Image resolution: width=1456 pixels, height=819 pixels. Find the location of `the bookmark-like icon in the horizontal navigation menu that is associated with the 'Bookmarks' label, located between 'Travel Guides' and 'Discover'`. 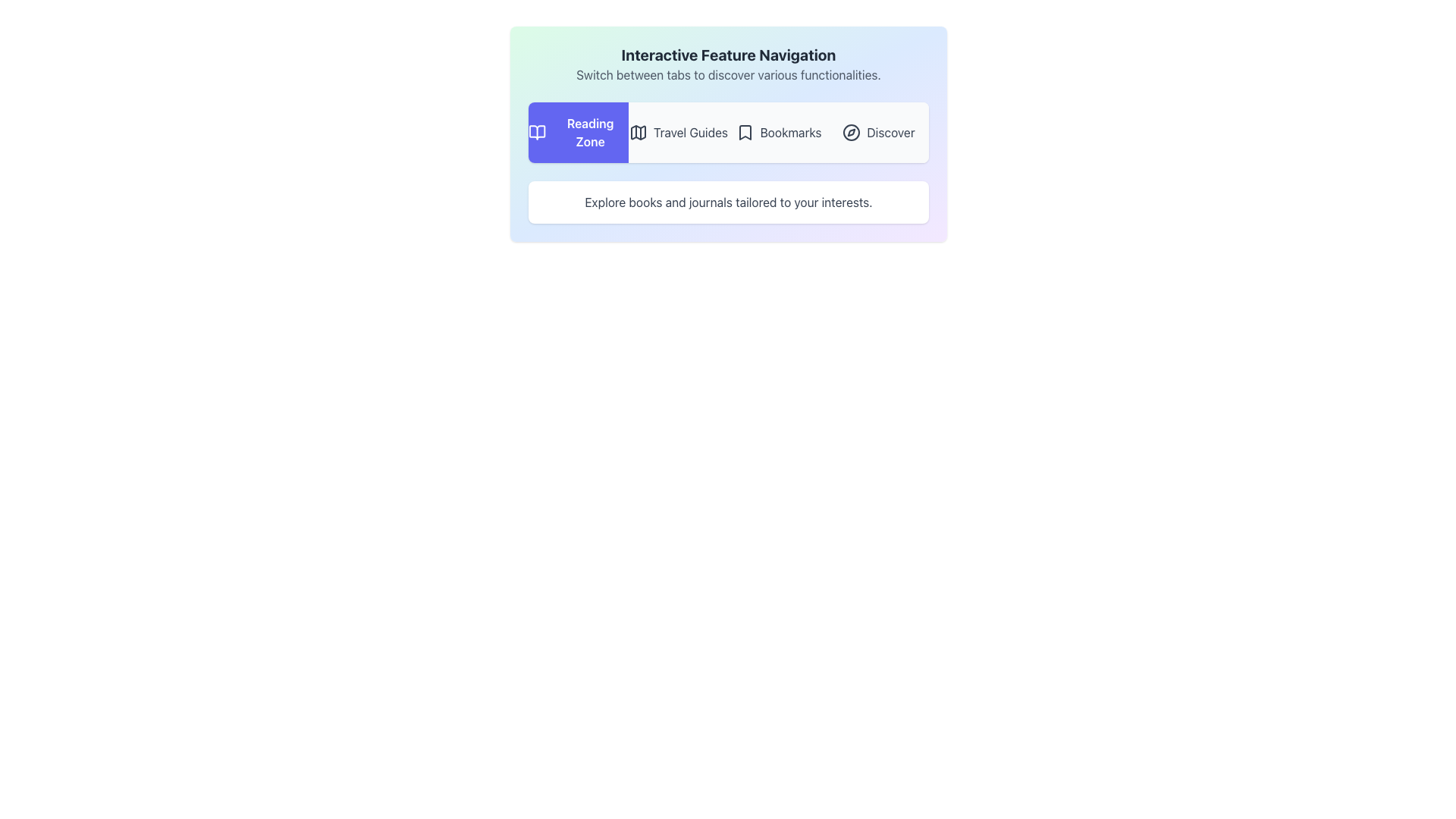

the bookmark-like icon in the horizontal navigation menu that is associated with the 'Bookmarks' label, located between 'Travel Guides' and 'Discover' is located at coordinates (745, 131).